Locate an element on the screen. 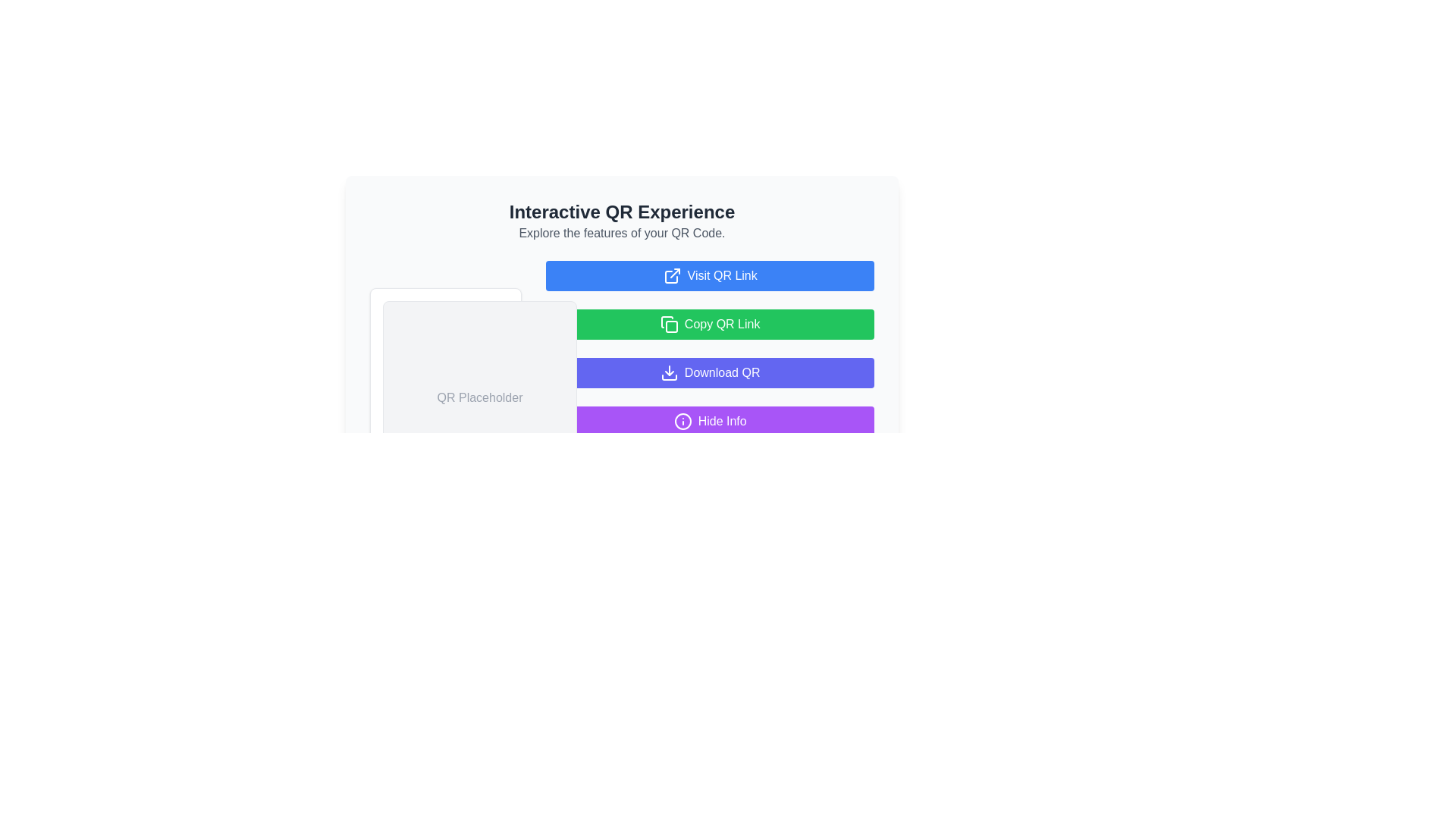 The image size is (1456, 819). the SVG Circle that serves as a visual part of the information icon located near the 'Hide Info' button in the bottom right of the interface is located at coordinates (682, 421).